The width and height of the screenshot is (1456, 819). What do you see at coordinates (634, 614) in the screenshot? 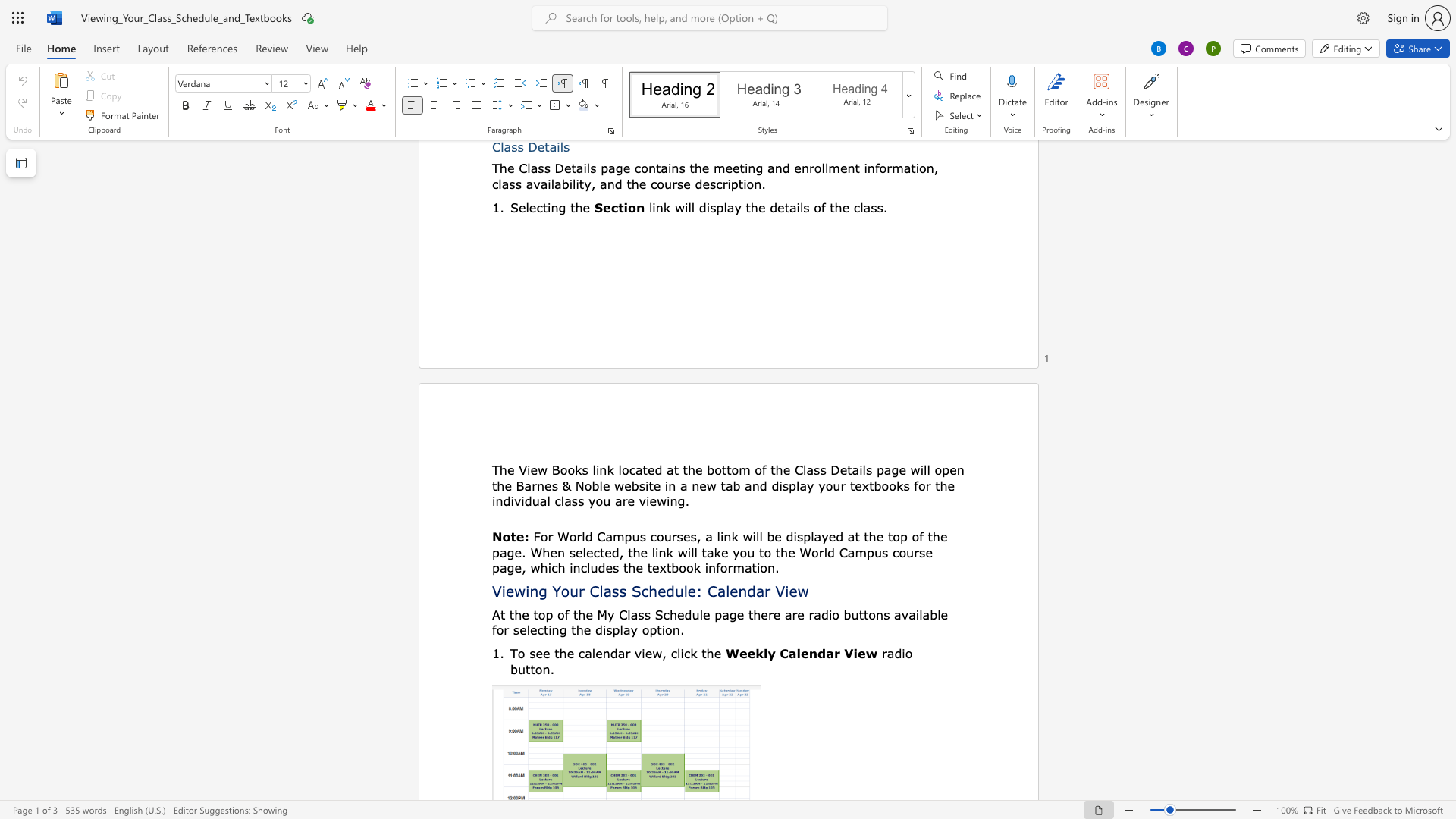
I see `the 1th character "a" in the text` at bounding box center [634, 614].